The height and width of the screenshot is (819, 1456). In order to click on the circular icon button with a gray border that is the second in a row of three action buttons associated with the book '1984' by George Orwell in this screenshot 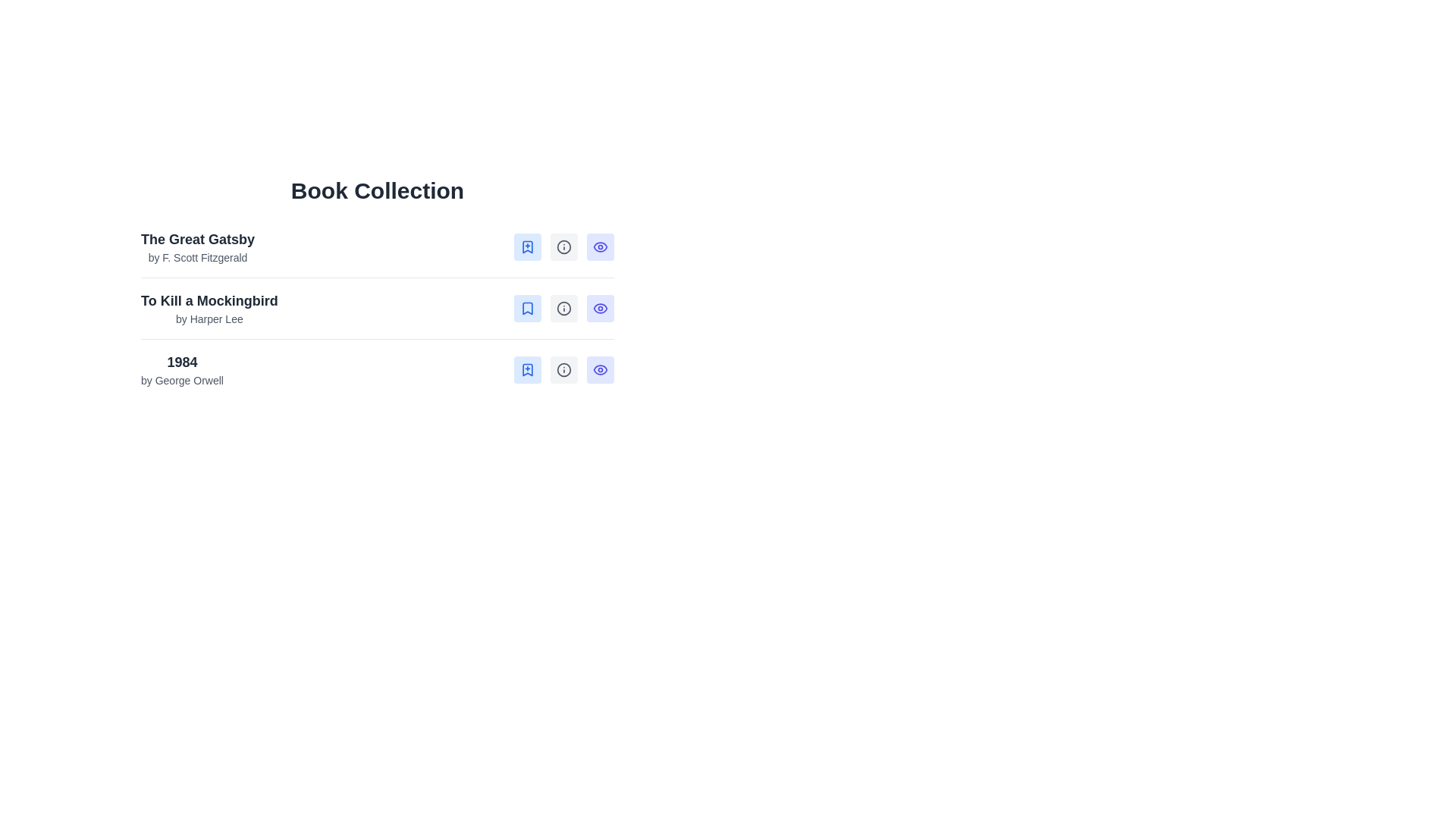, I will do `click(563, 370)`.